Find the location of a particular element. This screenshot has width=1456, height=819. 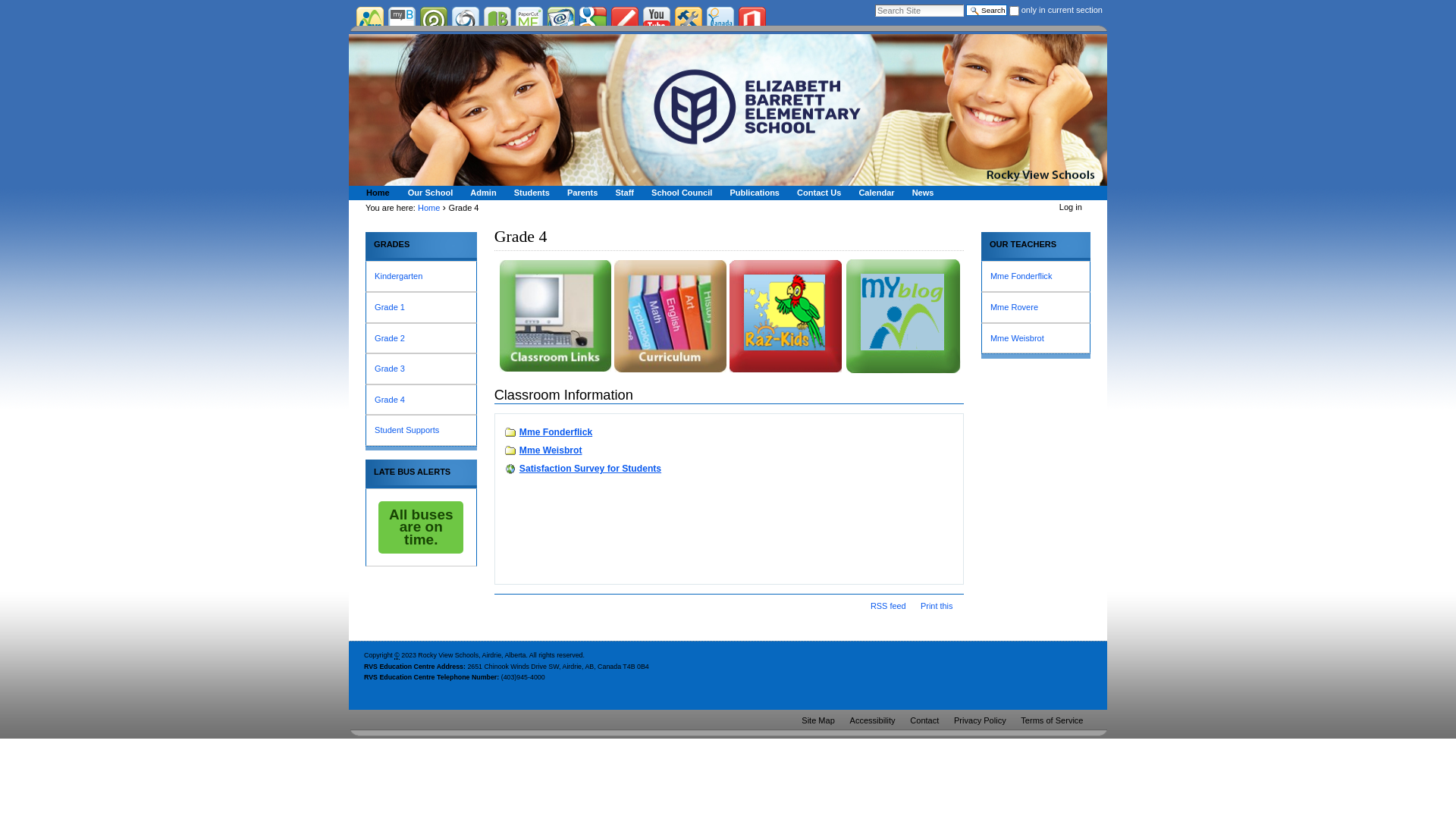

'Grade 3' is located at coordinates (421, 369).